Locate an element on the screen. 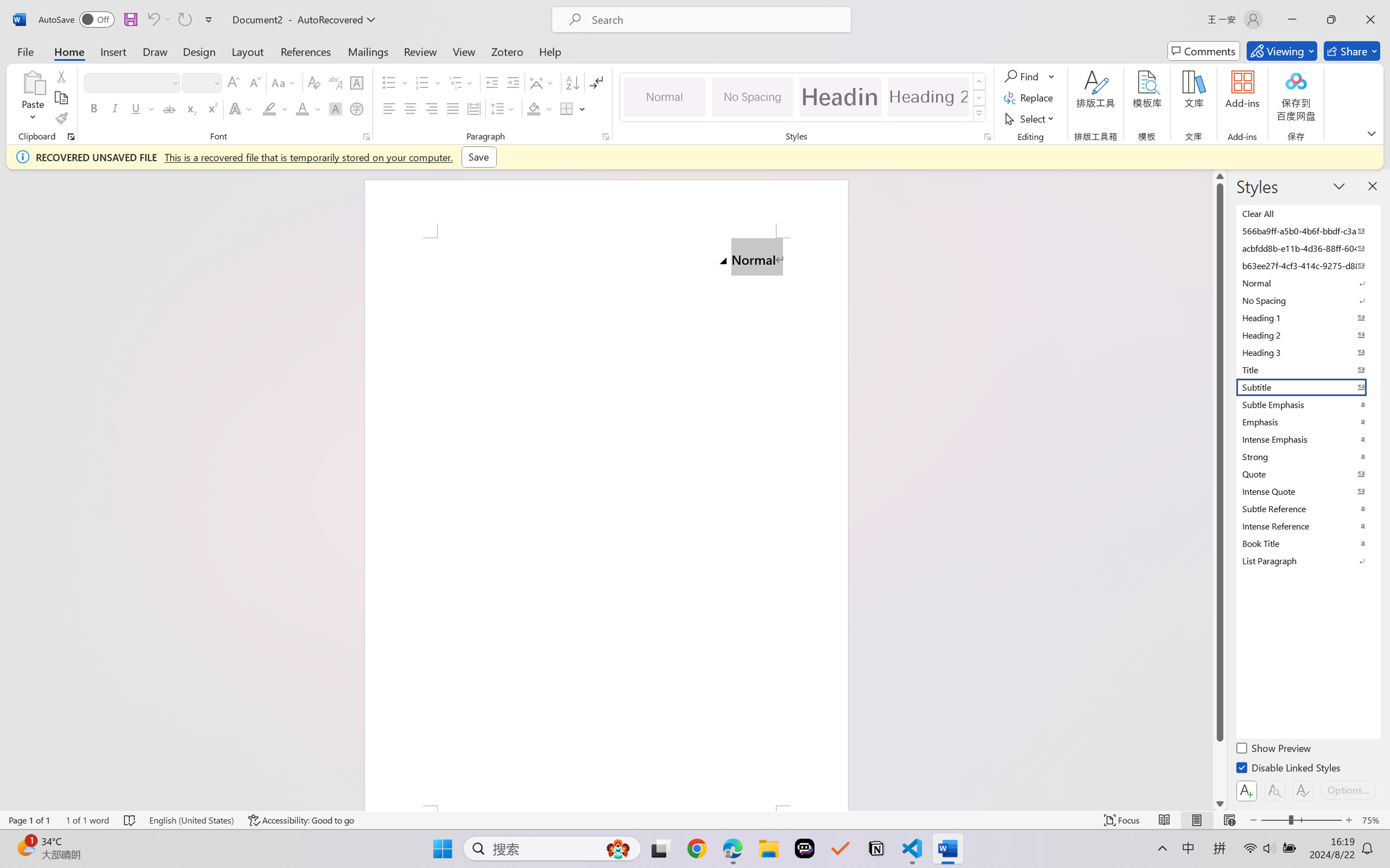 The height and width of the screenshot is (868, 1390). 'Show Preview' is located at coordinates (1274, 749).